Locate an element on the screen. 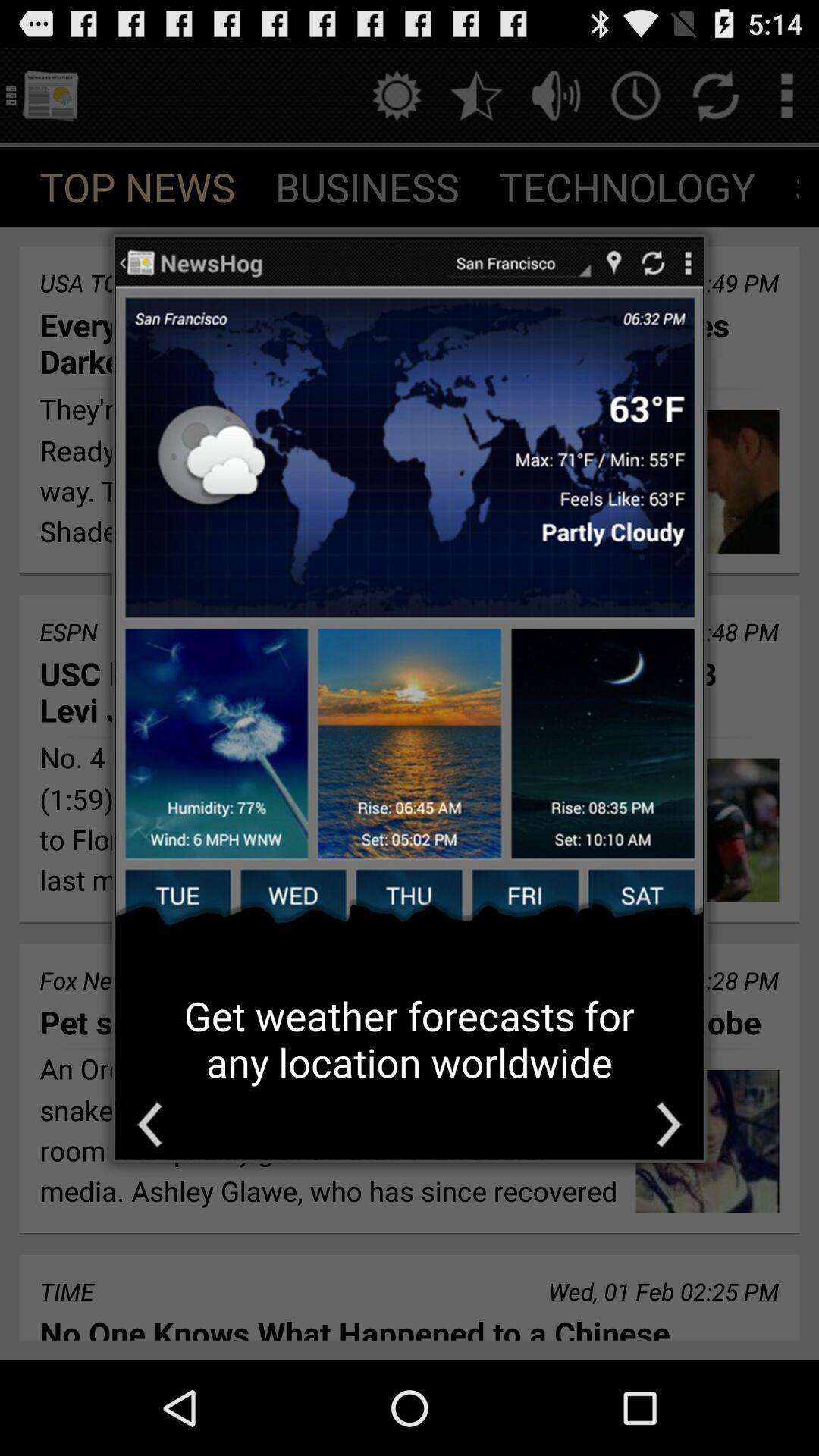 The height and width of the screenshot is (1456, 819). next image is located at coordinates (668, 1125).